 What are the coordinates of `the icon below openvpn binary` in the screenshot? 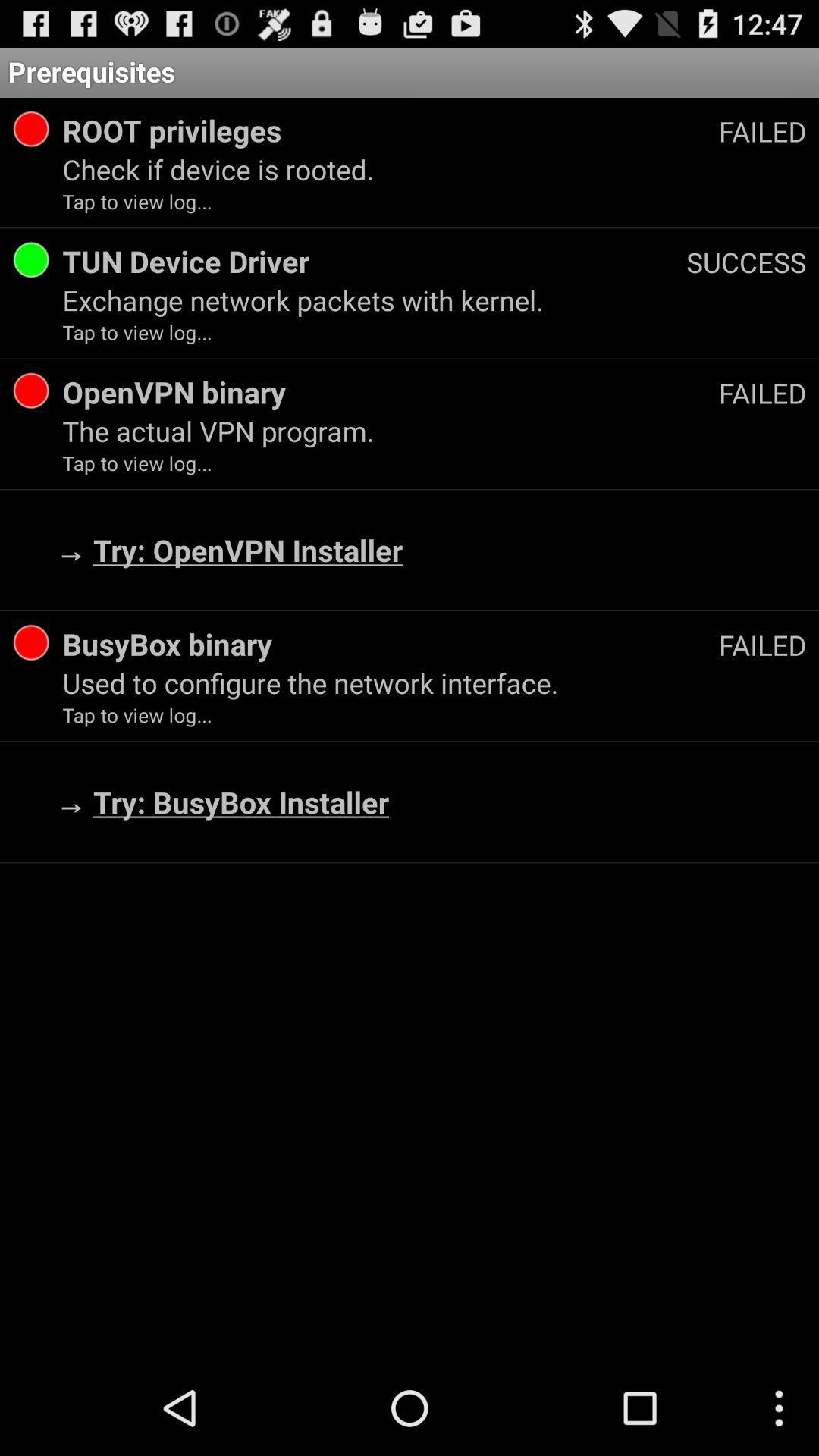 It's located at (435, 430).